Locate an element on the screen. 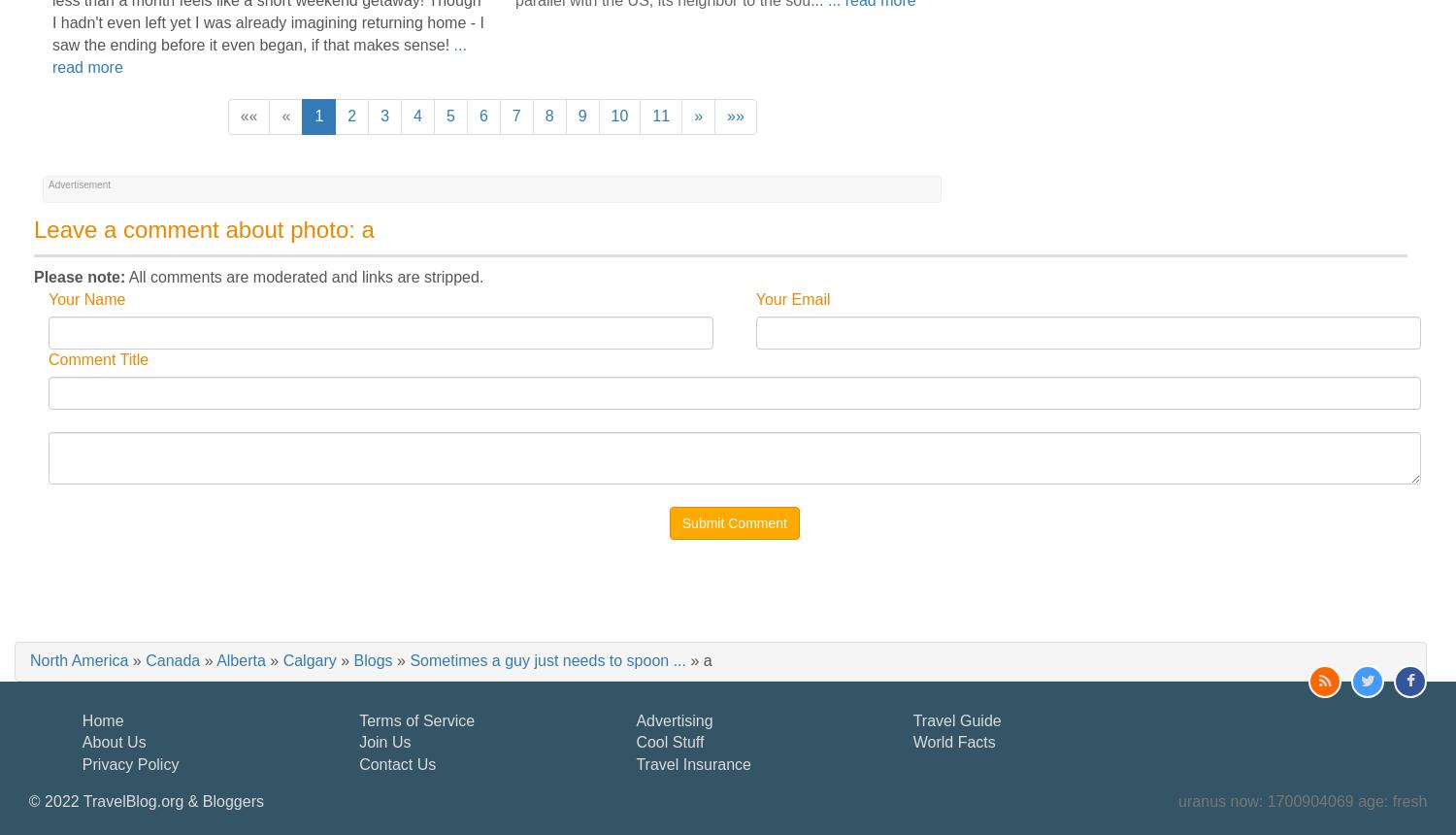  'Sometimes a guy just needs to spoon ...' is located at coordinates (546, 659).